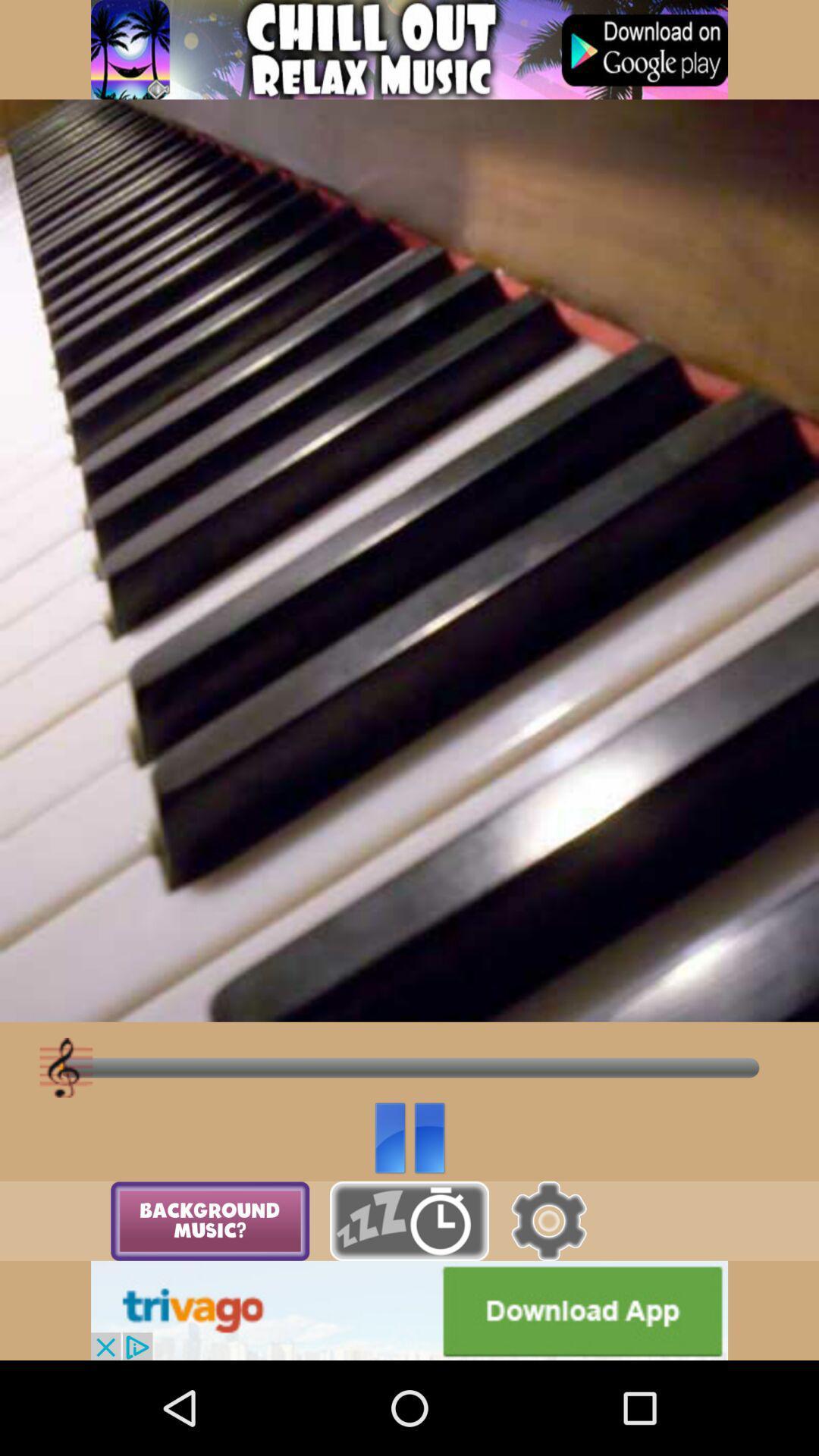 The width and height of the screenshot is (819, 1456). I want to click on open advertisement, so click(409, 49).